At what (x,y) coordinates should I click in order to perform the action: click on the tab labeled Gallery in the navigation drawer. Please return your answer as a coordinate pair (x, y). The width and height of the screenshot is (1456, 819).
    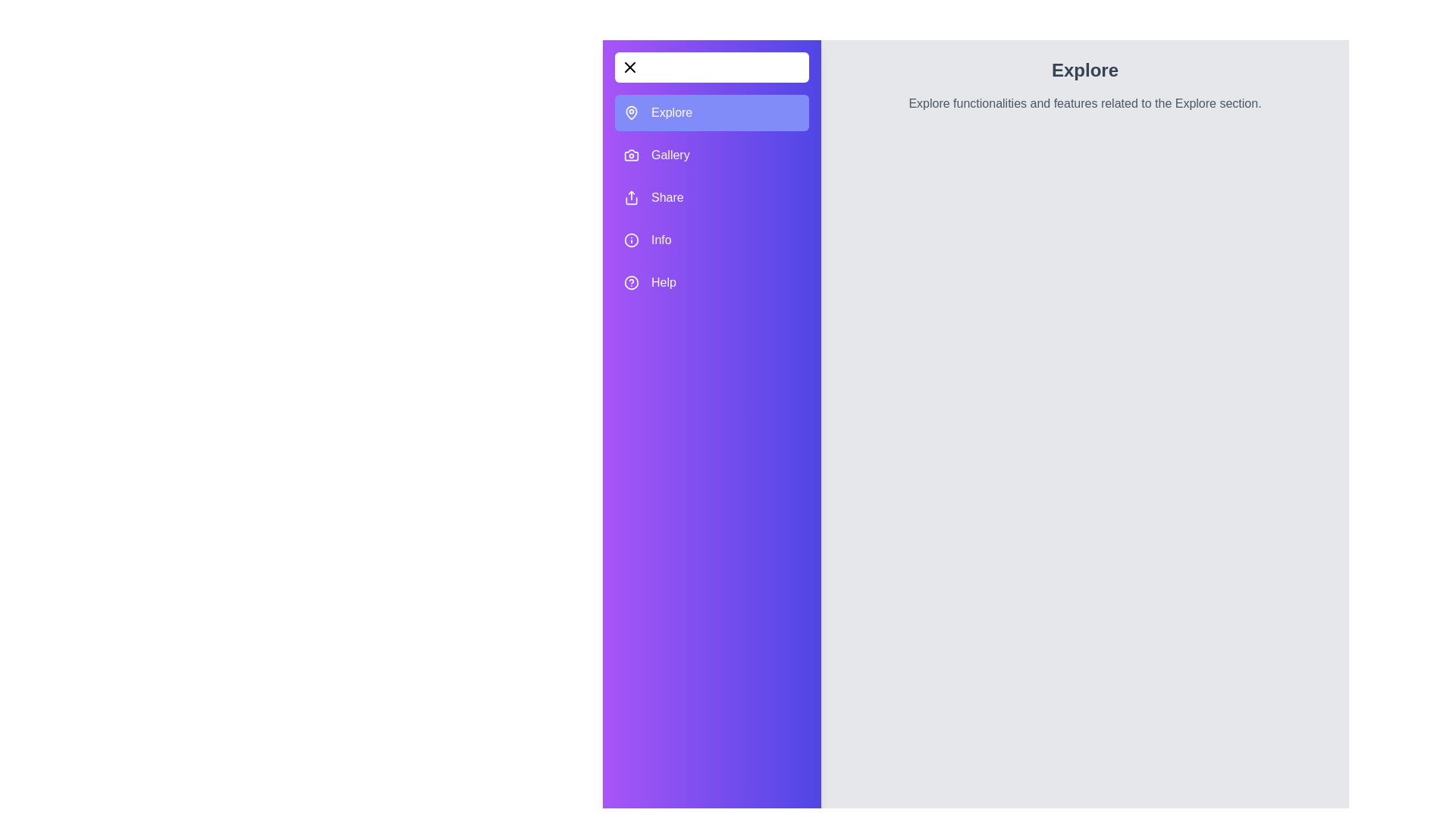
    Looking at the image, I should click on (711, 155).